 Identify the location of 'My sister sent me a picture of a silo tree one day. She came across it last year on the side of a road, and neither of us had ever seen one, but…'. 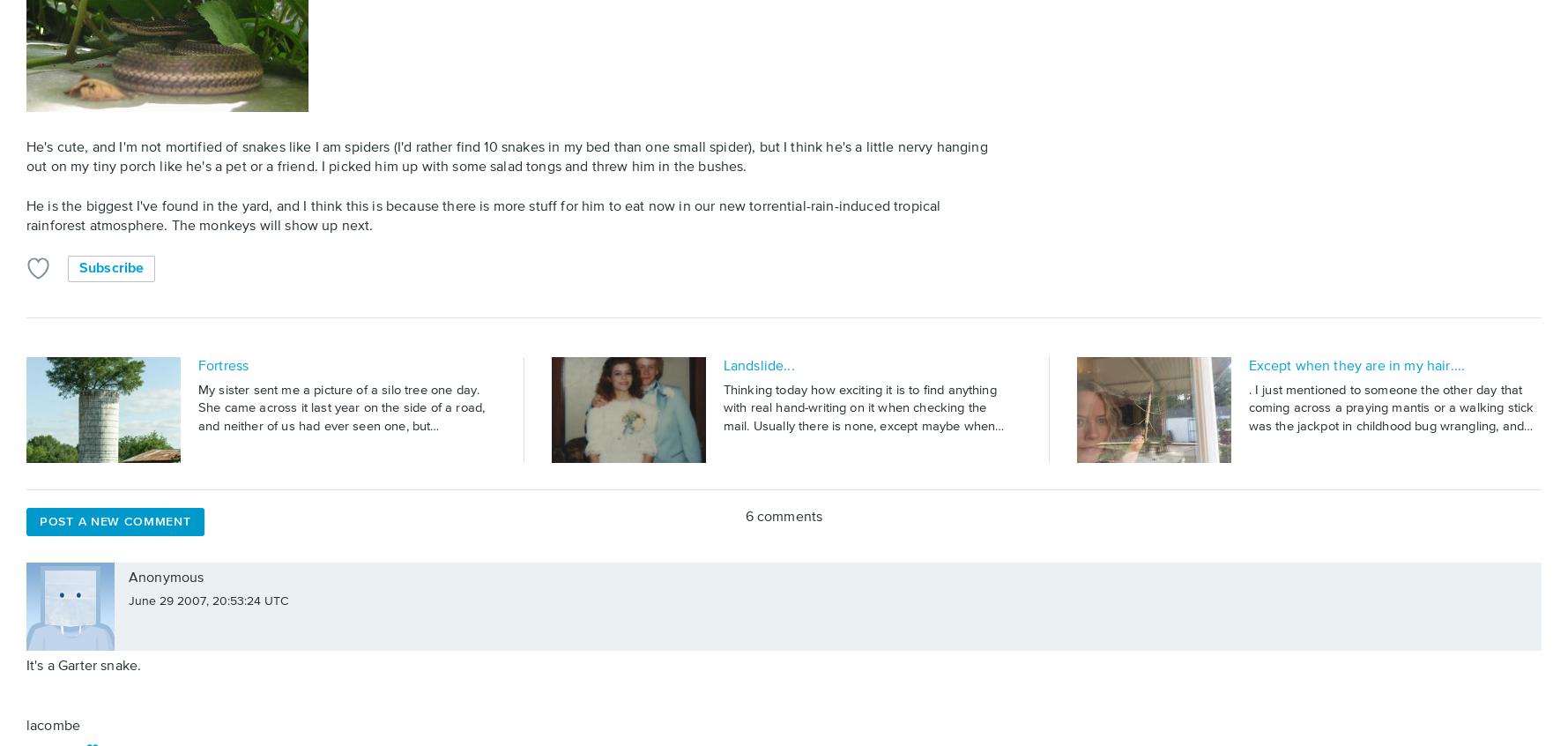
(340, 407).